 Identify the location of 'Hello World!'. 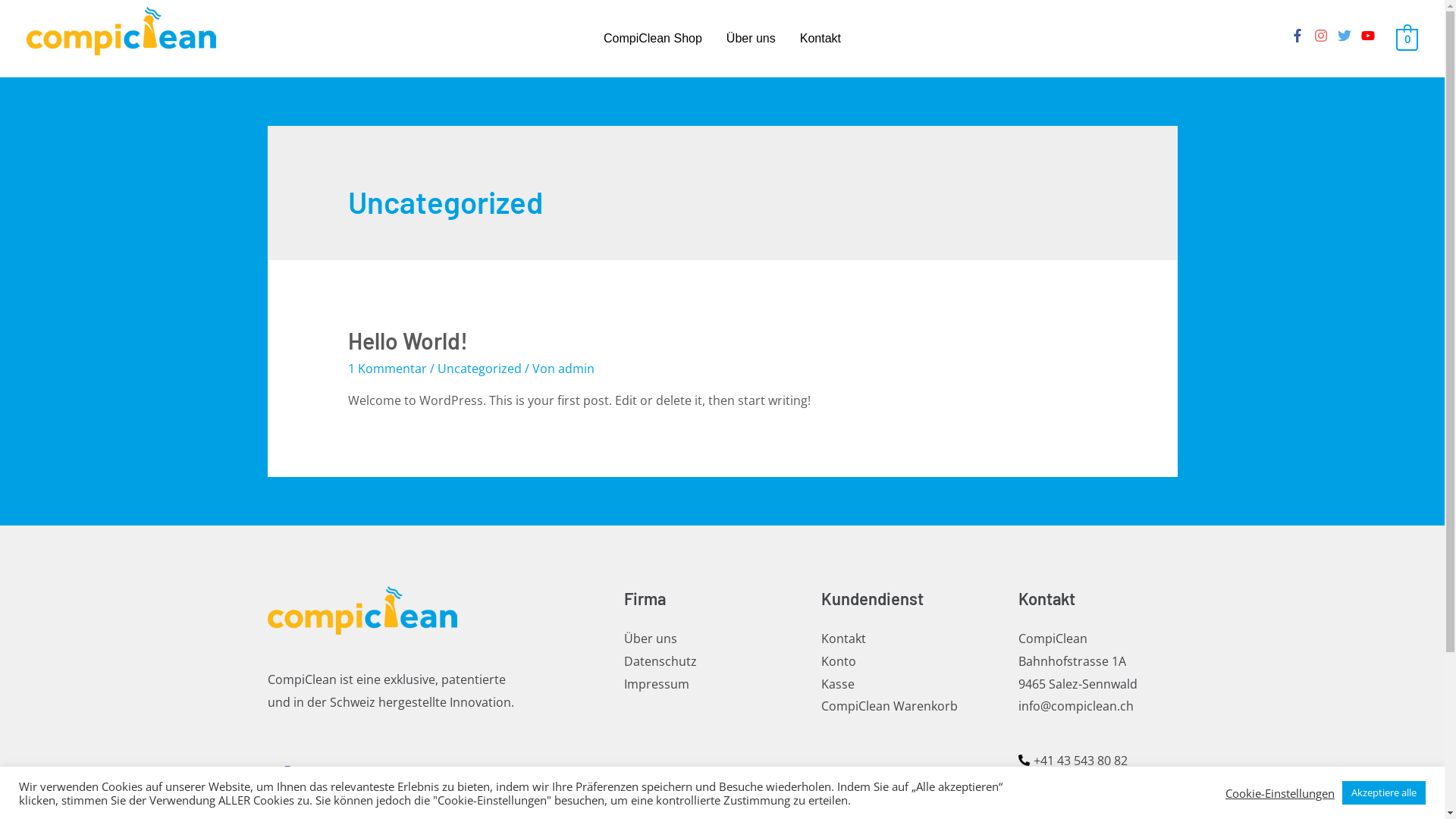
(407, 339).